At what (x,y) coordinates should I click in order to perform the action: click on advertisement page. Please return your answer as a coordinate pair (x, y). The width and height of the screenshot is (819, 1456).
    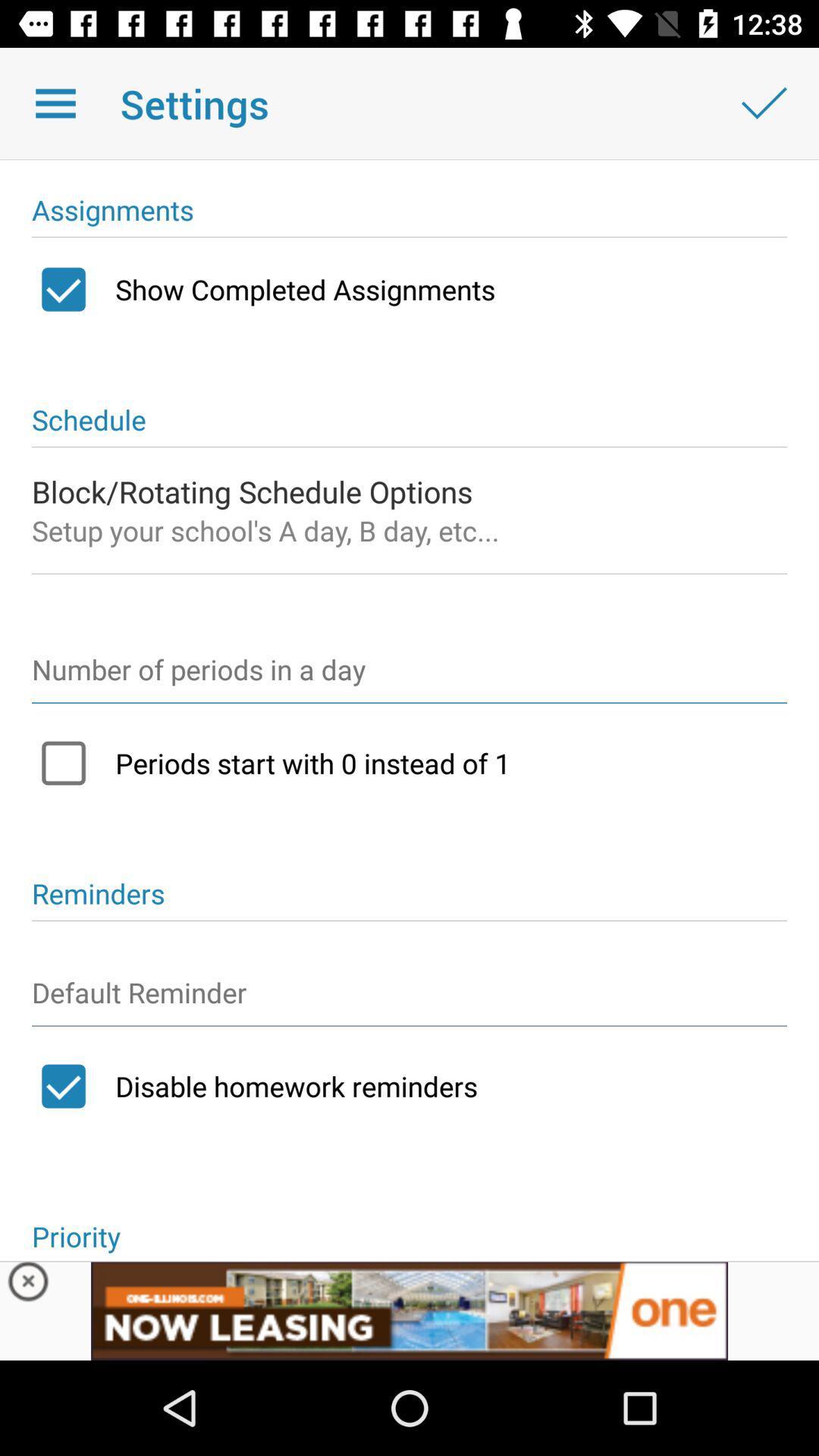
    Looking at the image, I should click on (409, 1310).